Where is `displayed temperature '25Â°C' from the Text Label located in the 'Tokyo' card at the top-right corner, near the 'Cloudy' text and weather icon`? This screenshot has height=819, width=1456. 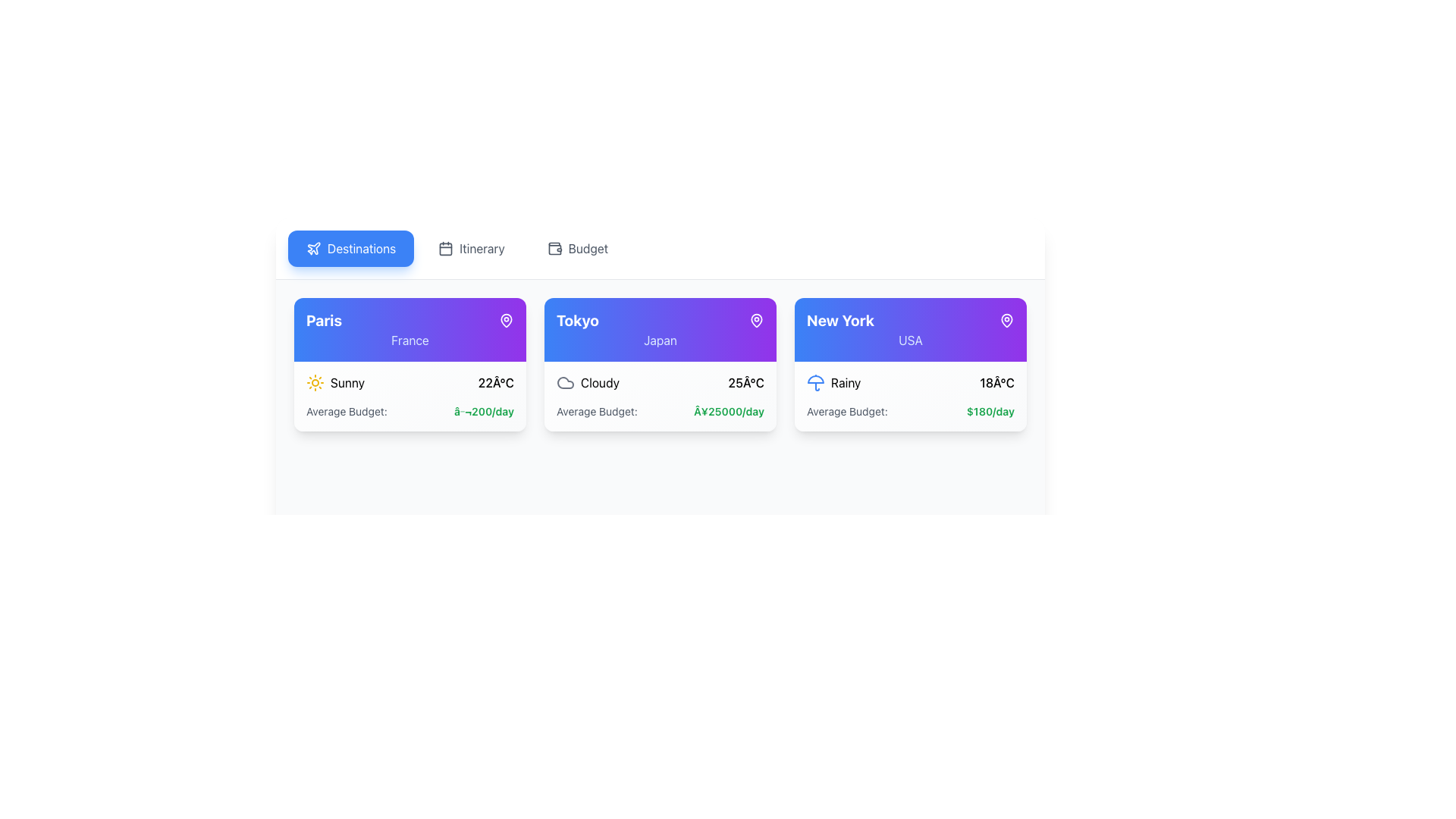 displayed temperature '25Â°C' from the Text Label located in the 'Tokyo' card at the top-right corner, near the 'Cloudy' text and weather icon is located at coordinates (746, 382).